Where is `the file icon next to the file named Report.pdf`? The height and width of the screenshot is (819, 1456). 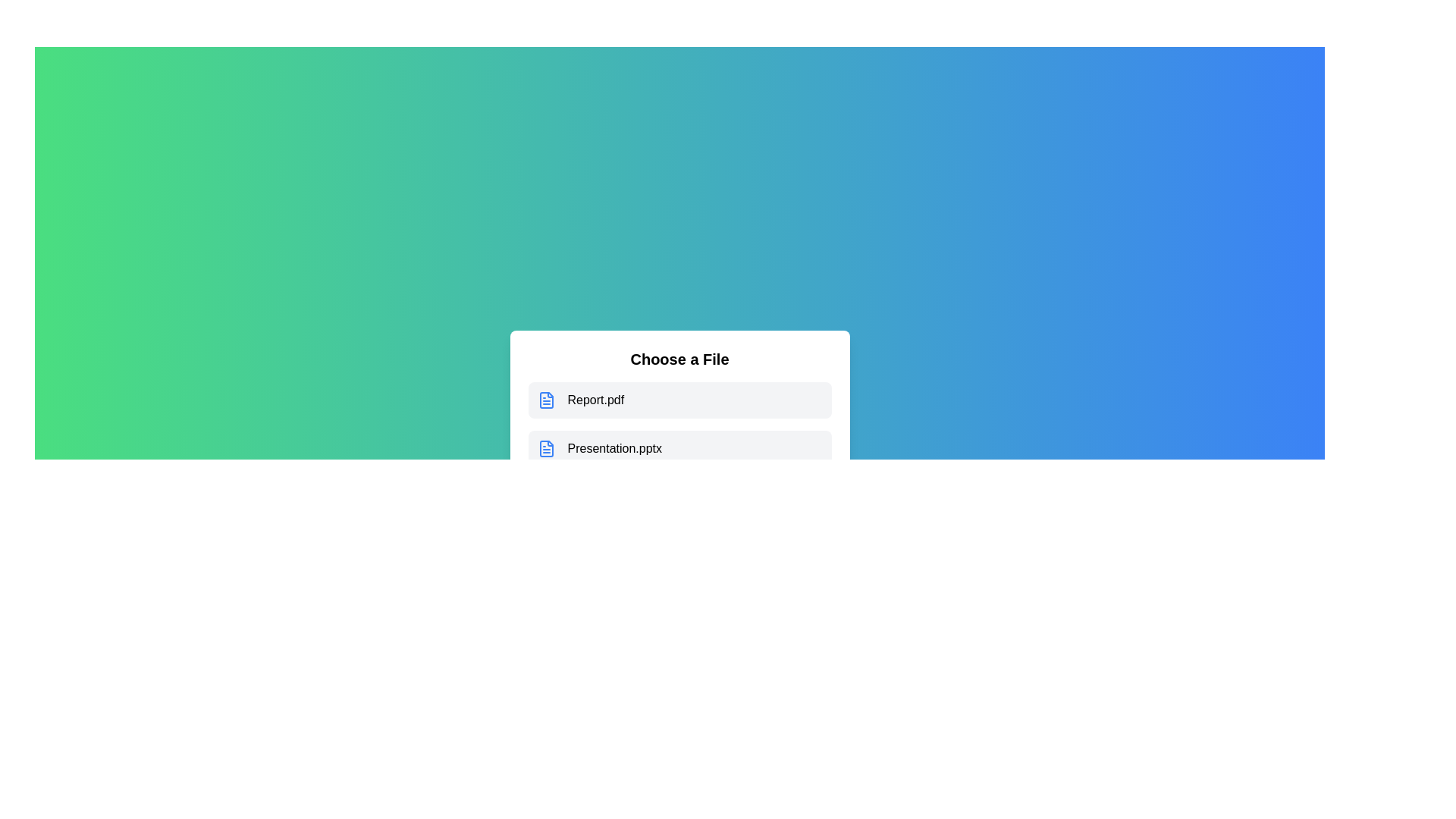
the file icon next to the file named Report.pdf is located at coordinates (546, 400).